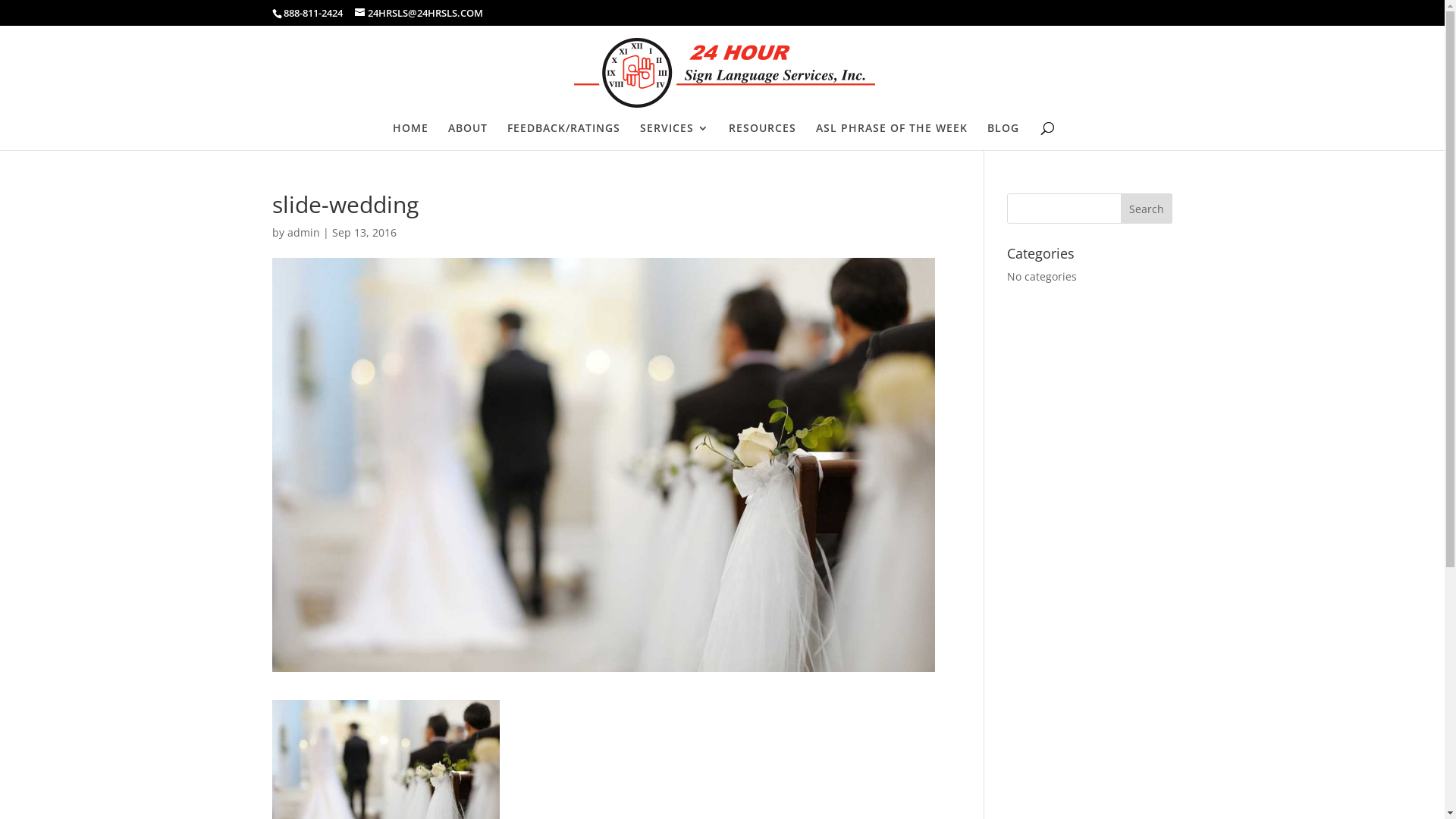  Describe the element at coordinates (562, 136) in the screenshot. I see `'FEEDBACK/RATINGS'` at that location.